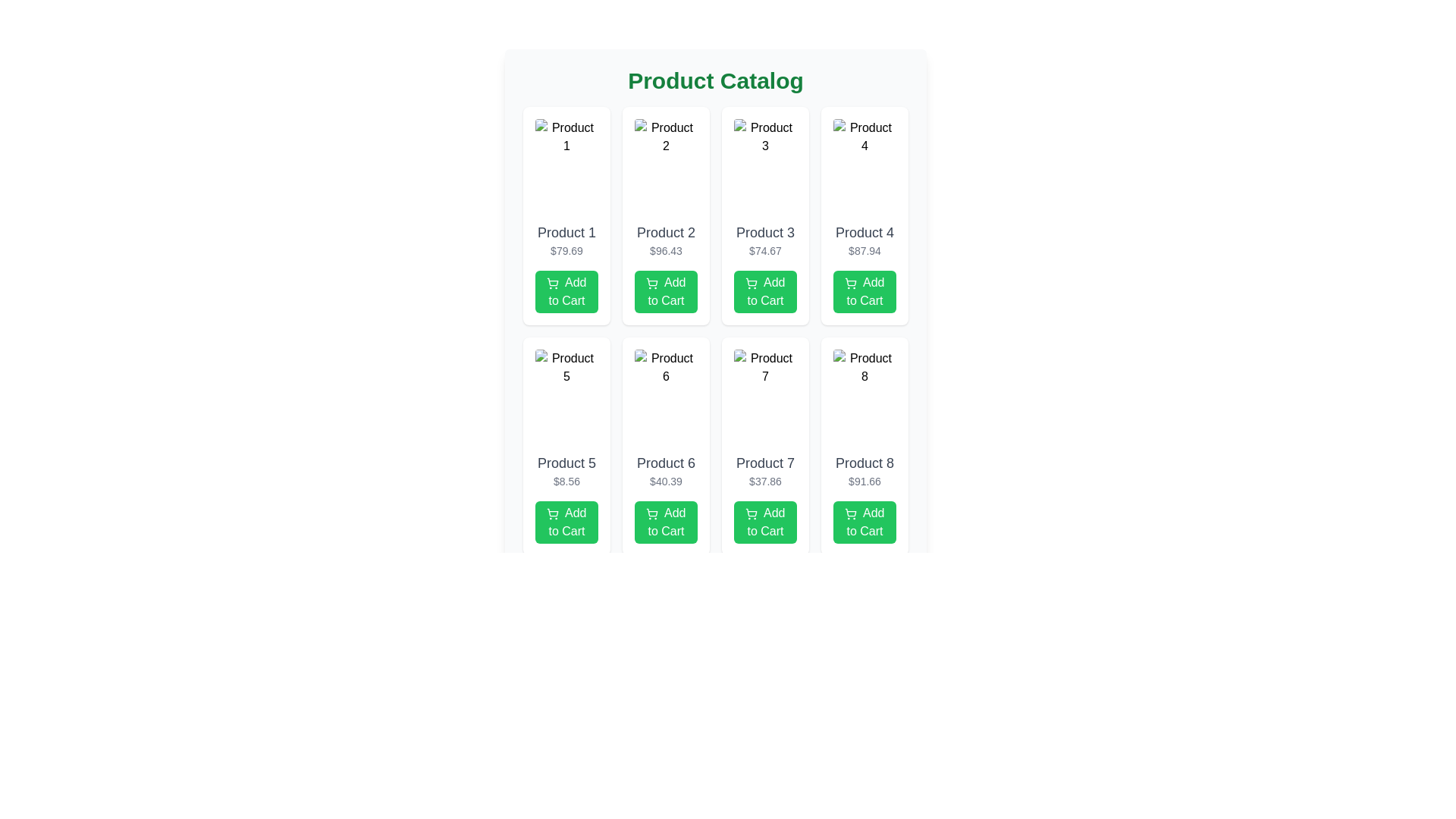 The height and width of the screenshot is (819, 1456). I want to click on text label displaying the product name 'Product 6', which is positioned at the top of the product card in the second column, second row of the grid layout, so click(666, 462).